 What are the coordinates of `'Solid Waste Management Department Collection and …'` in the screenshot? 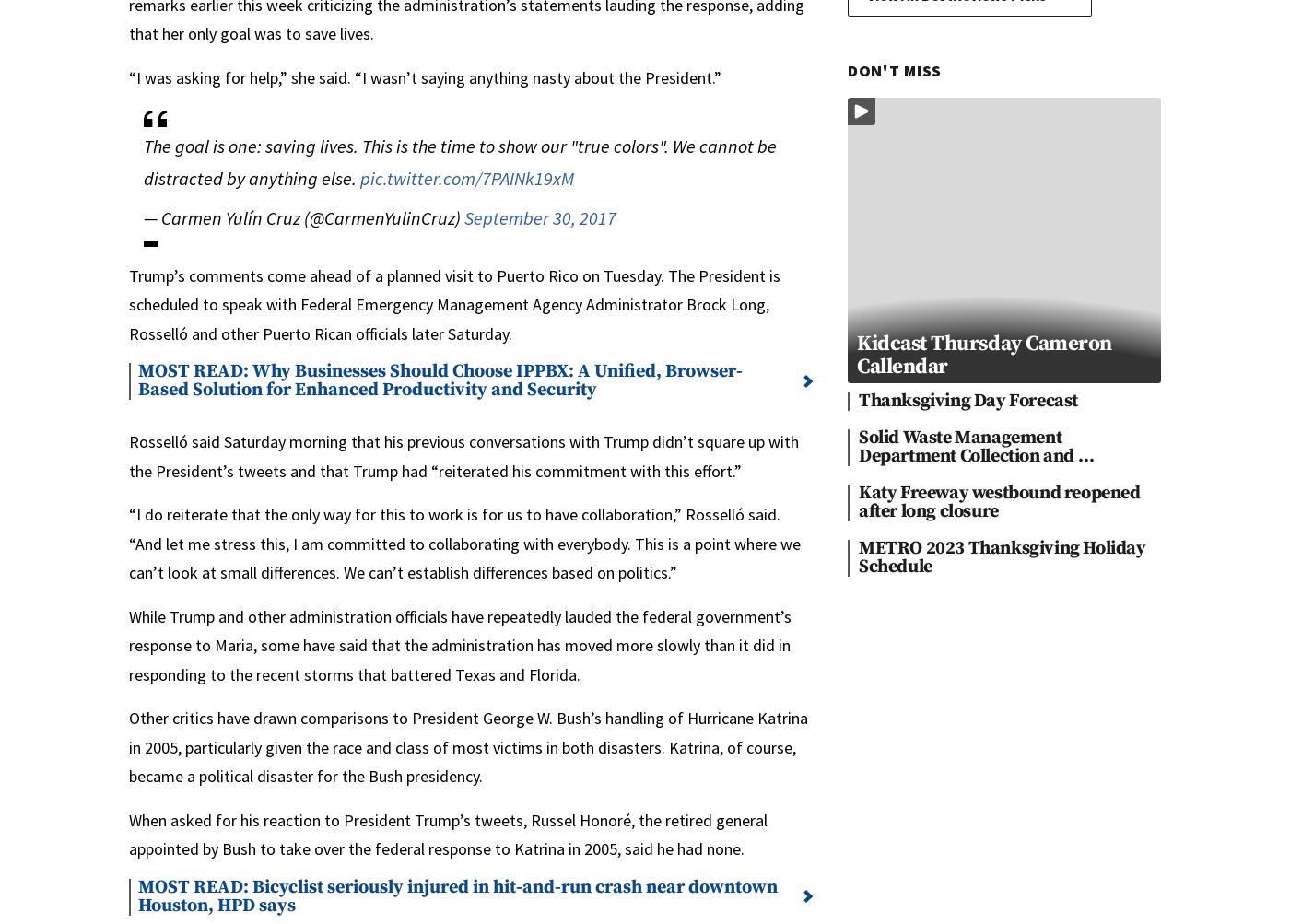 It's located at (858, 447).